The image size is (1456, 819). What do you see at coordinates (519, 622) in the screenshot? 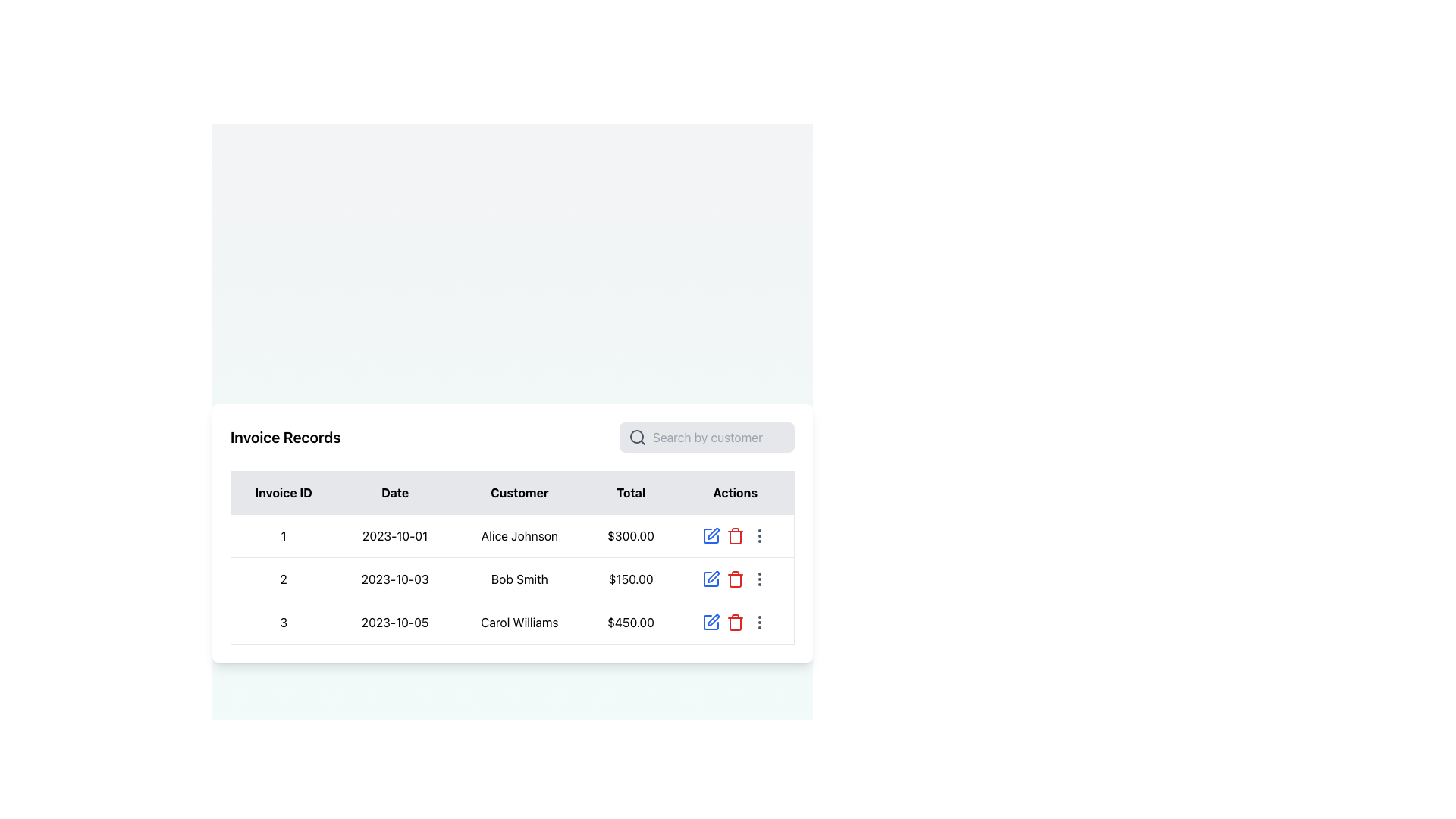
I see `the table cell containing the text 'Carol Williams' in the 'Customer' column of the 'Invoice Records' table` at bounding box center [519, 622].